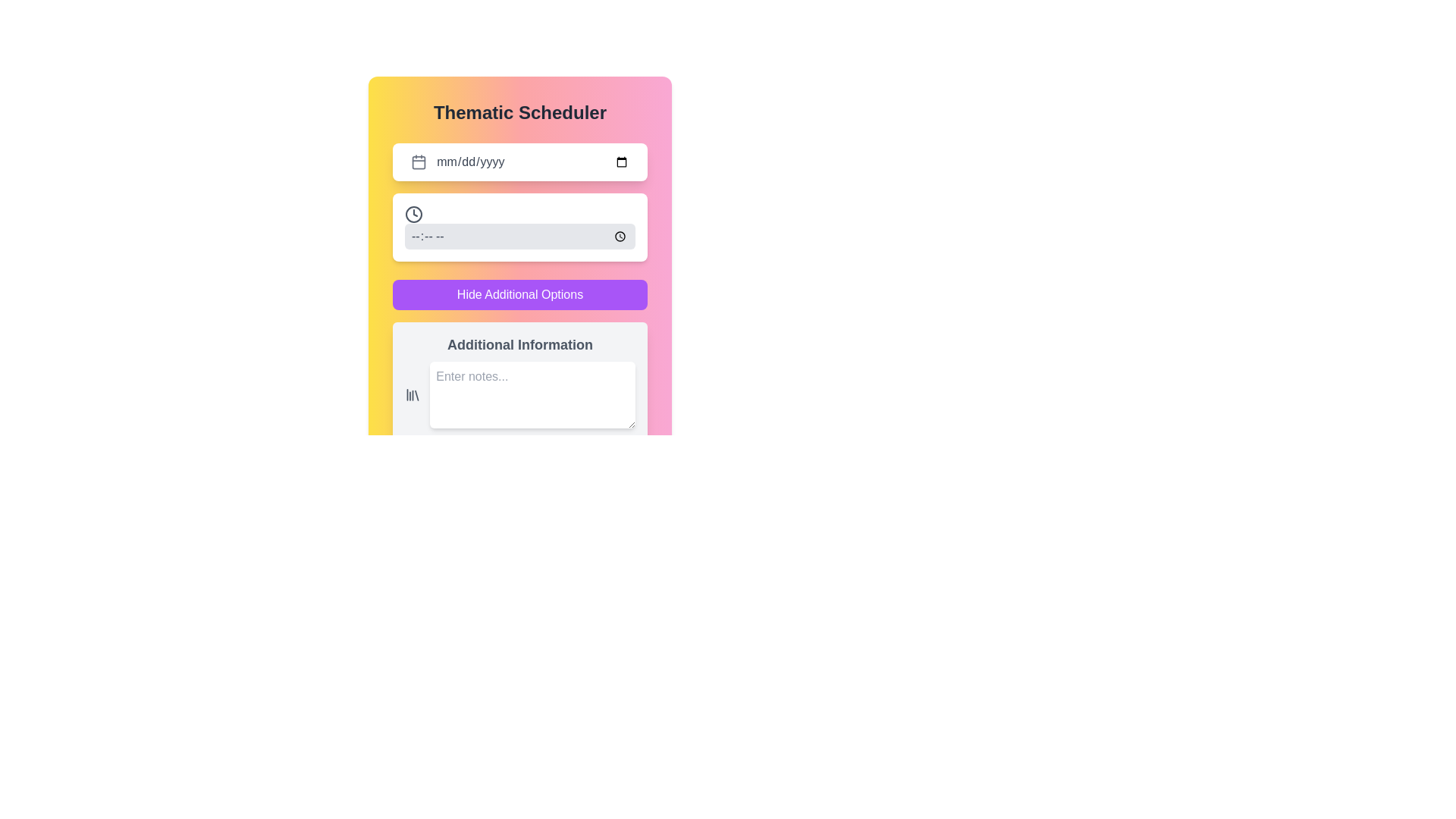 Image resolution: width=1456 pixels, height=819 pixels. I want to click on the button located below the time input field and above the 'Additional Information' section in the thematic scheduler card, so click(520, 295).